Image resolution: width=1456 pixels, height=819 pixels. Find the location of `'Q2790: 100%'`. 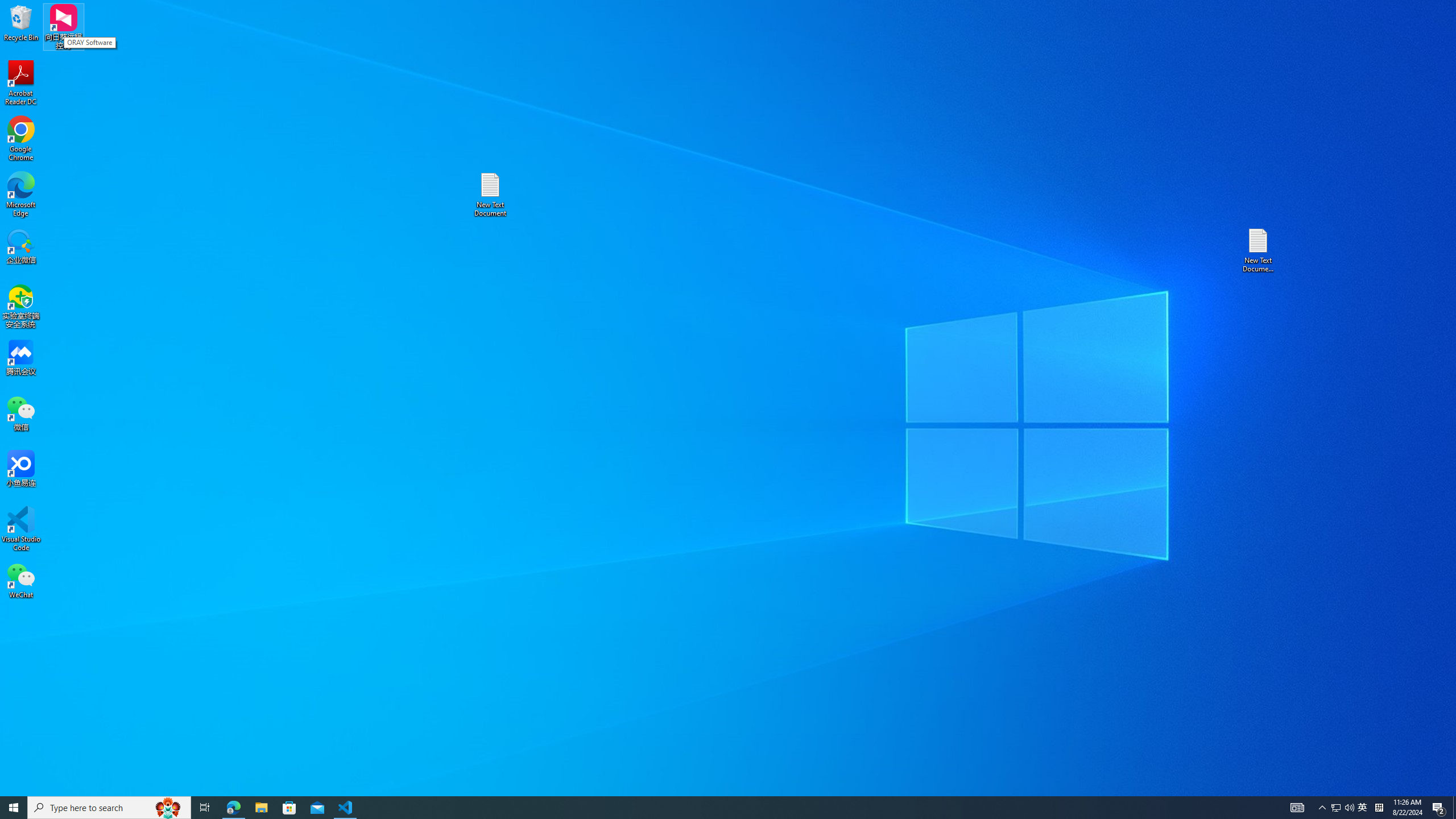

'Q2790: 100%' is located at coordinates (1349, 806).